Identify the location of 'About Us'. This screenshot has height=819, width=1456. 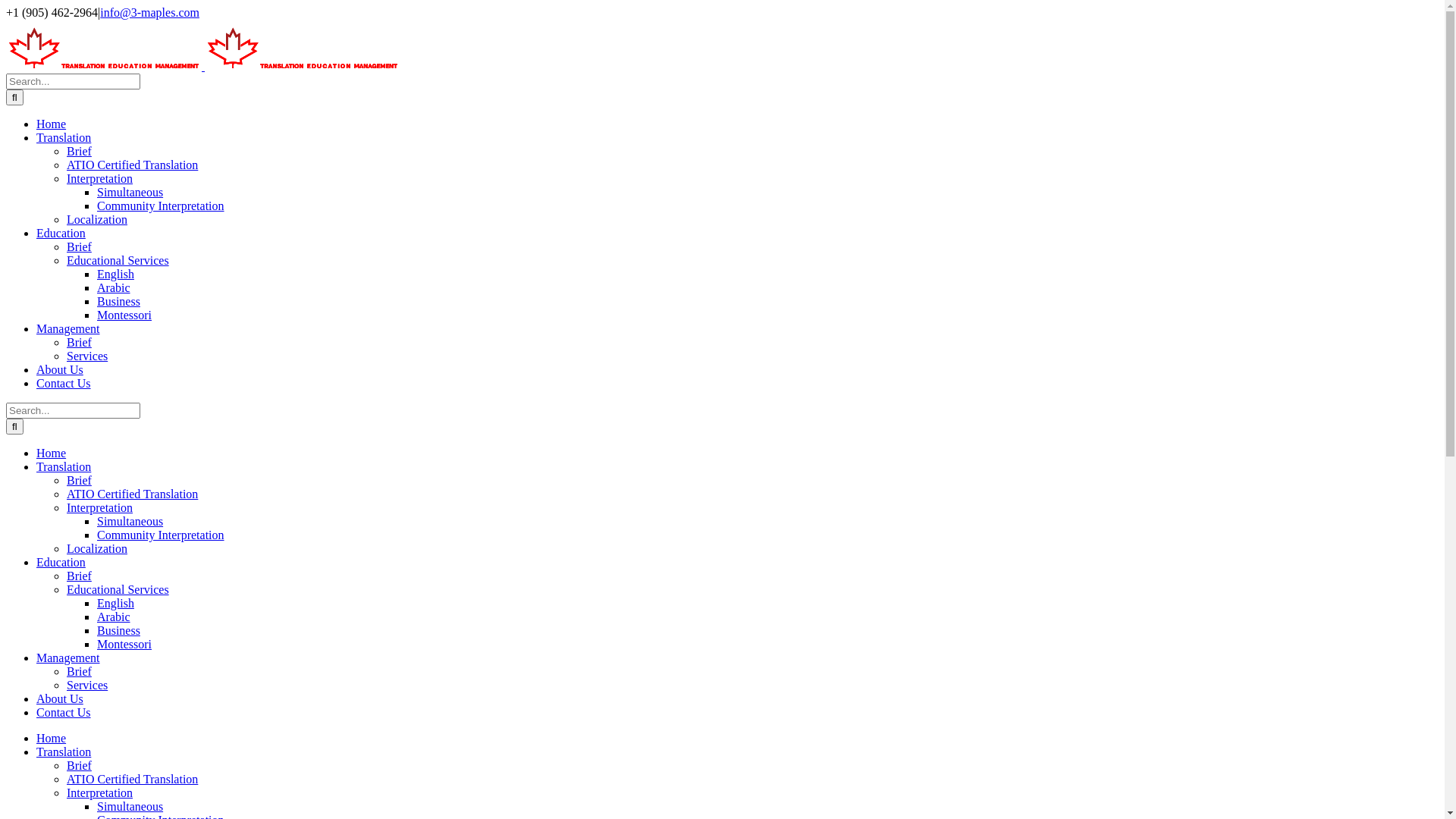
(59, 369).